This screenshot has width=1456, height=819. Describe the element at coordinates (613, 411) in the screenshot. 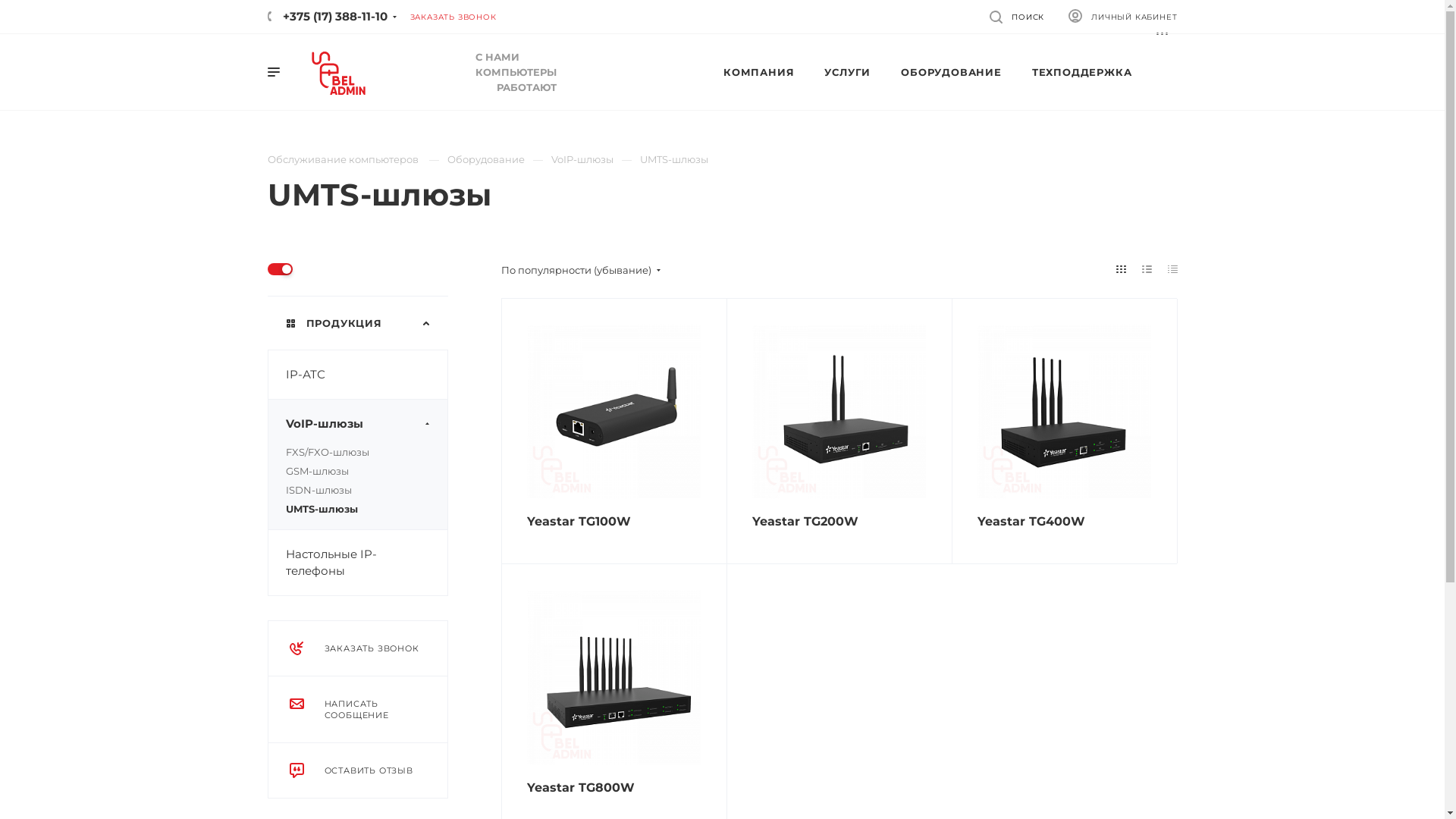

I see `'Yeastar TG100W'` at that location.